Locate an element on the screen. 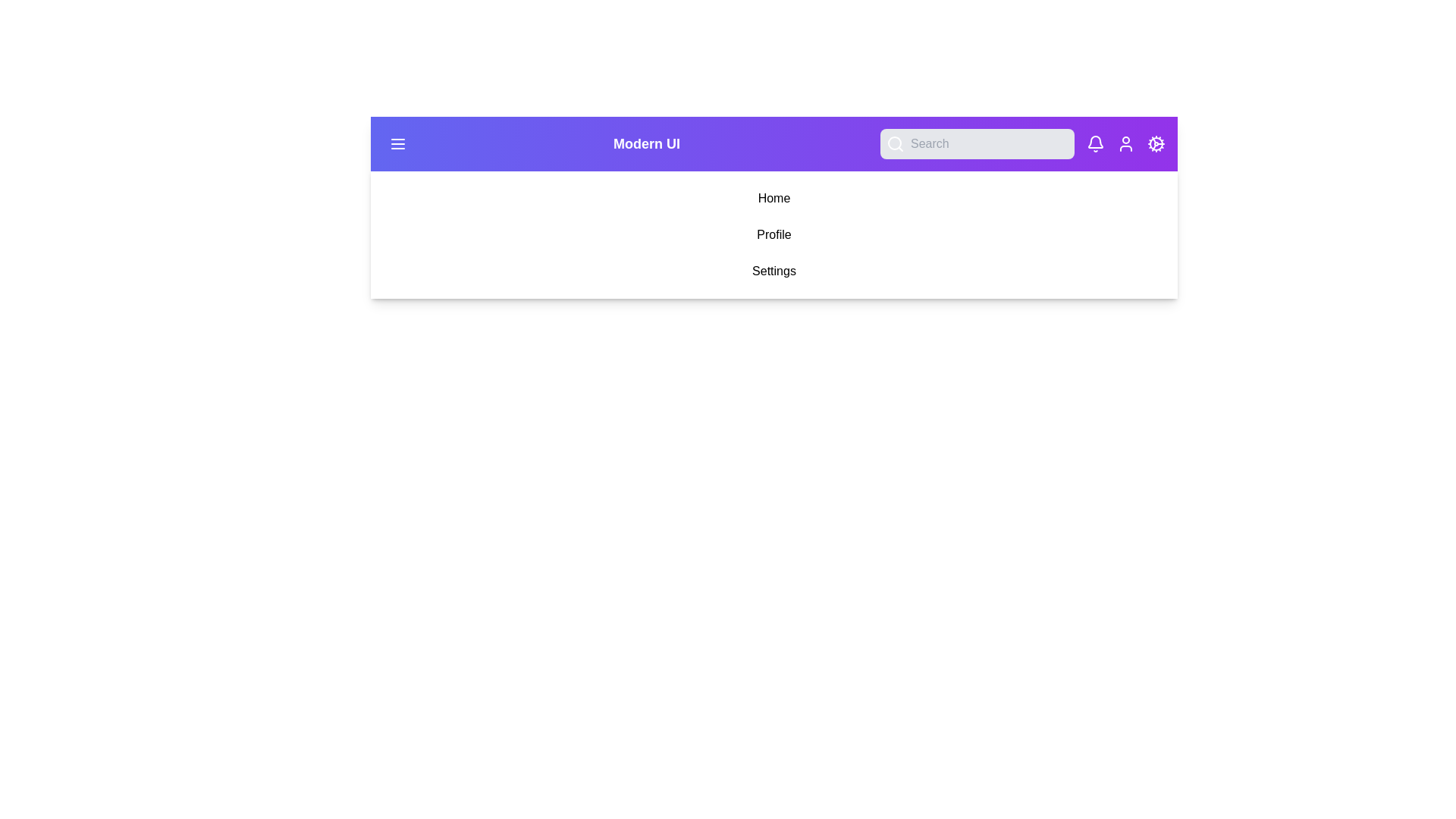 This screenshot has height=819, width=1456. menu toggle button to toggle the menu visibility is located at coordinates (397, 143).